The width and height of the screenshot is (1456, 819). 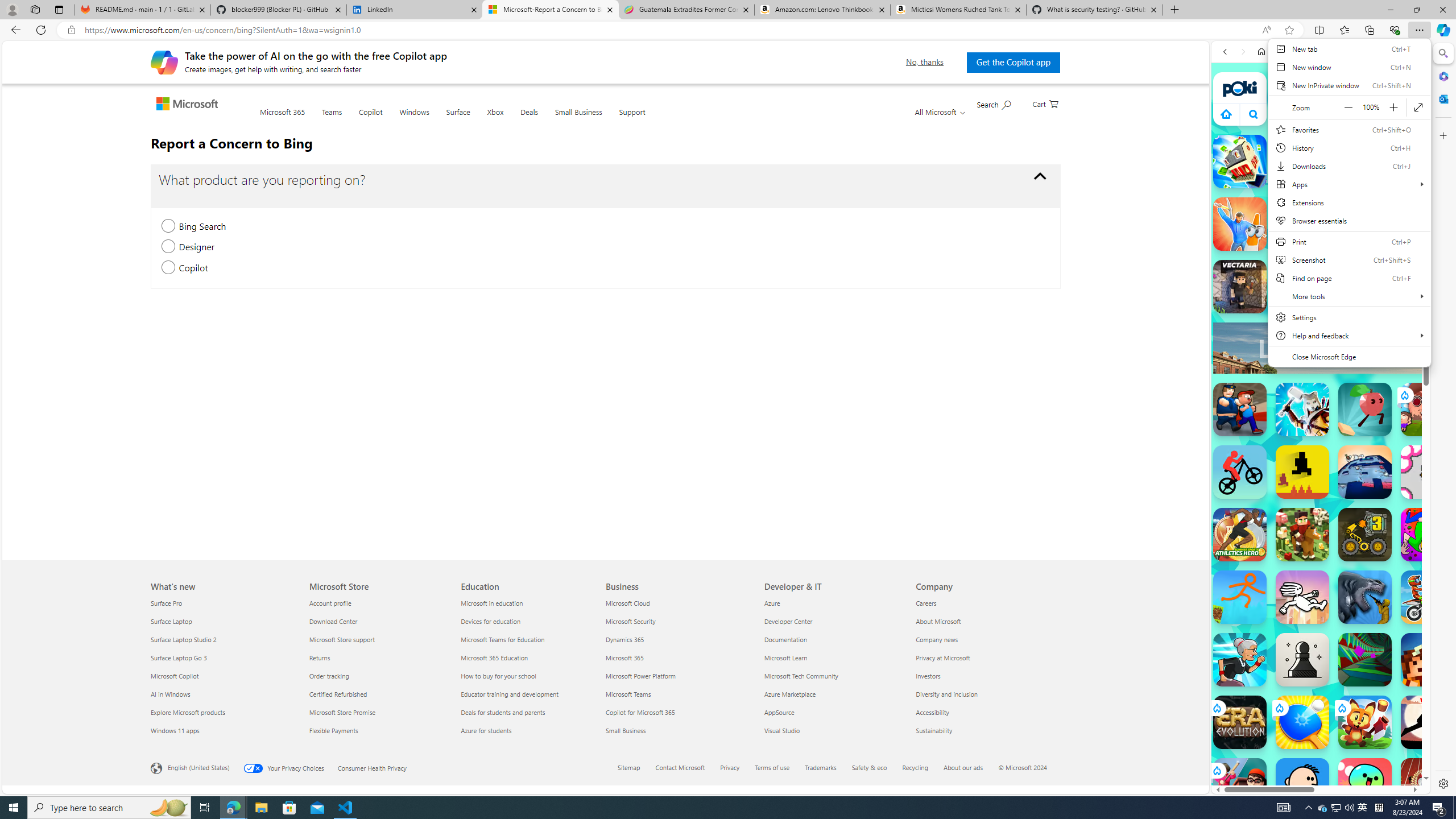 I want to click on 'Dynamics 365 Business', so click(x=624, y=638).